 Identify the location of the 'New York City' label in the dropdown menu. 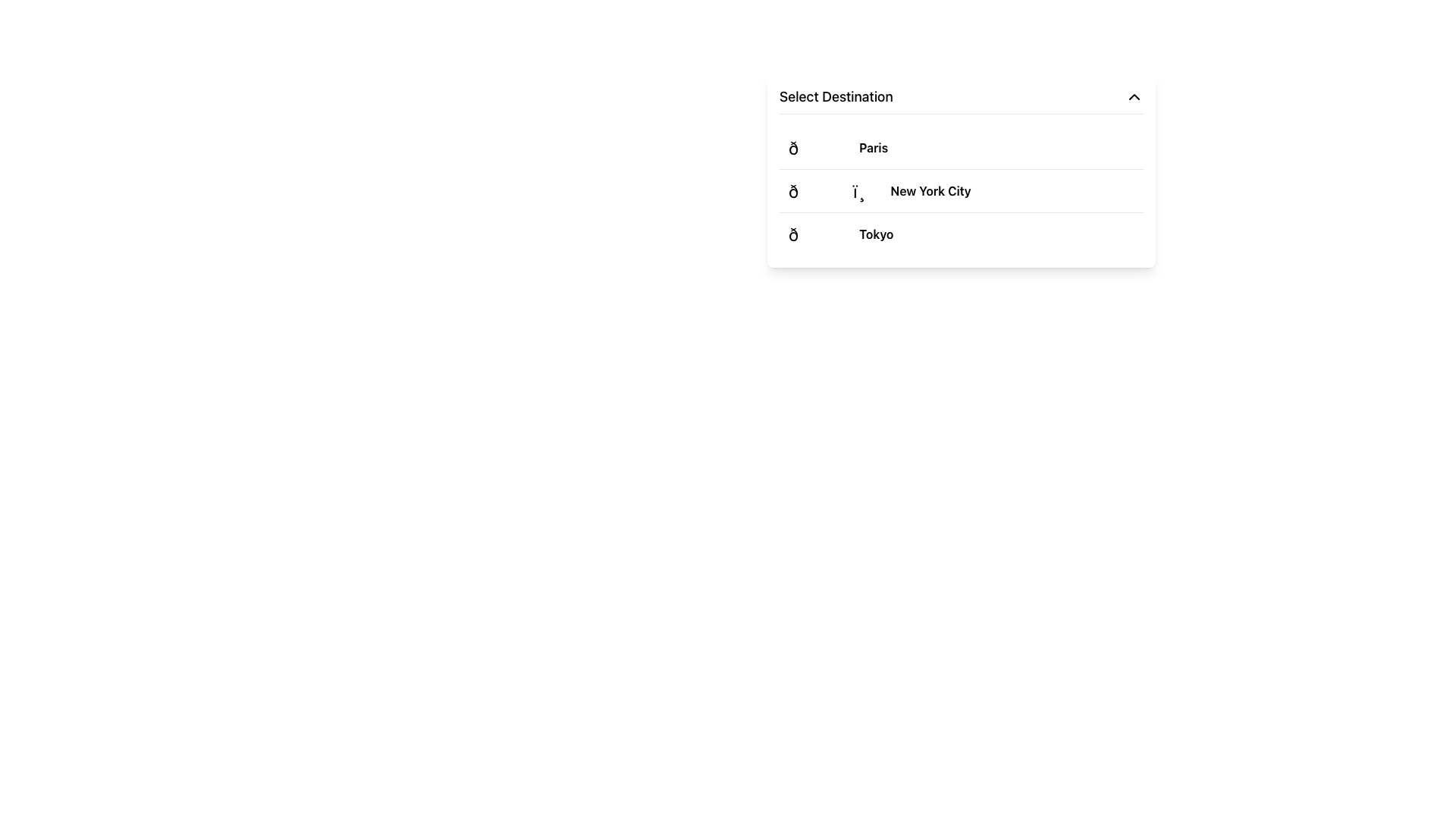
(930, 190).